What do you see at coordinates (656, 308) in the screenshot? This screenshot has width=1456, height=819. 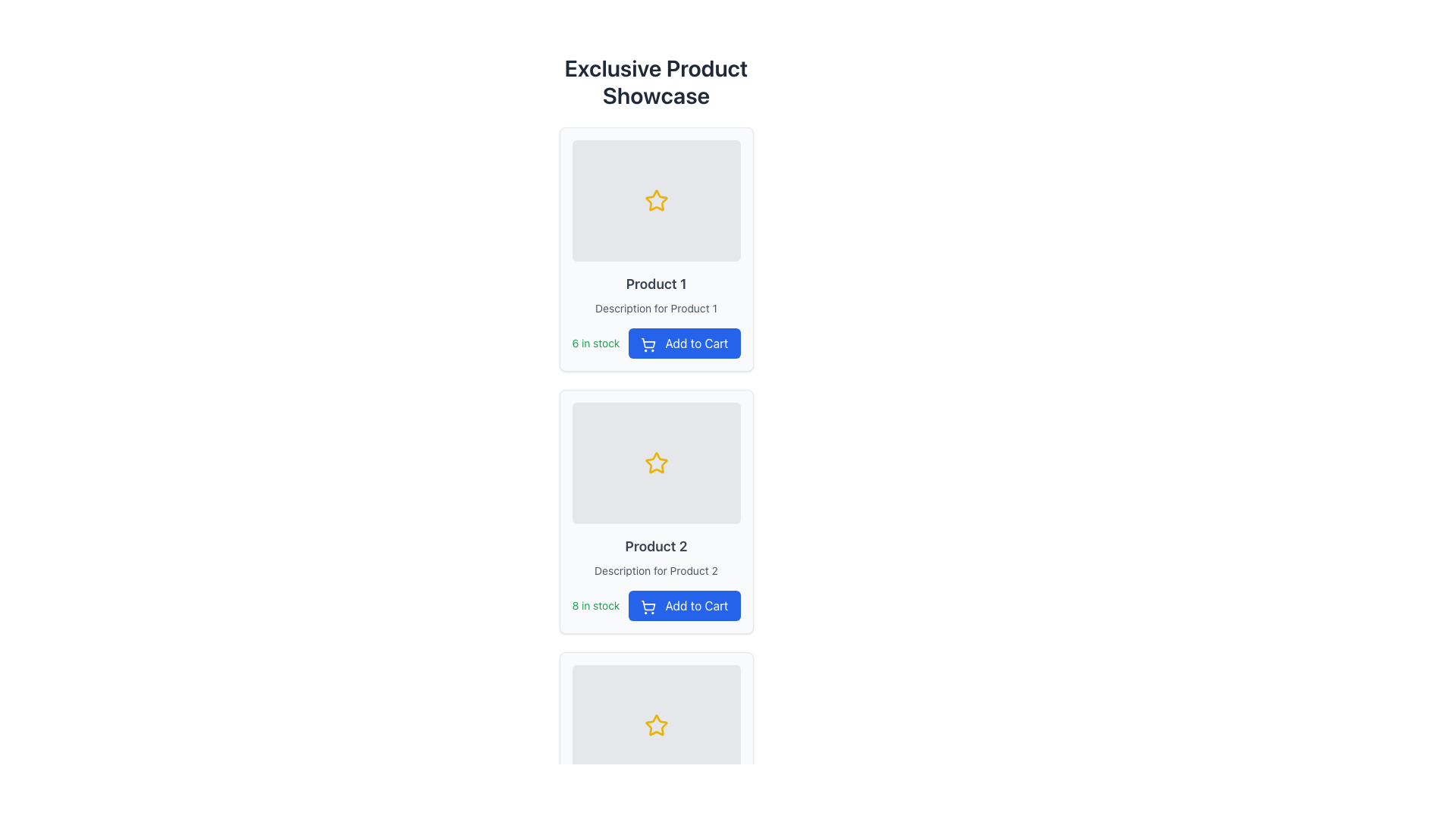 I see `the text display element that provides descriptive information about 'Product 1', located beneath the product title and above the stock and cart section` at bounding box center [656, 308].